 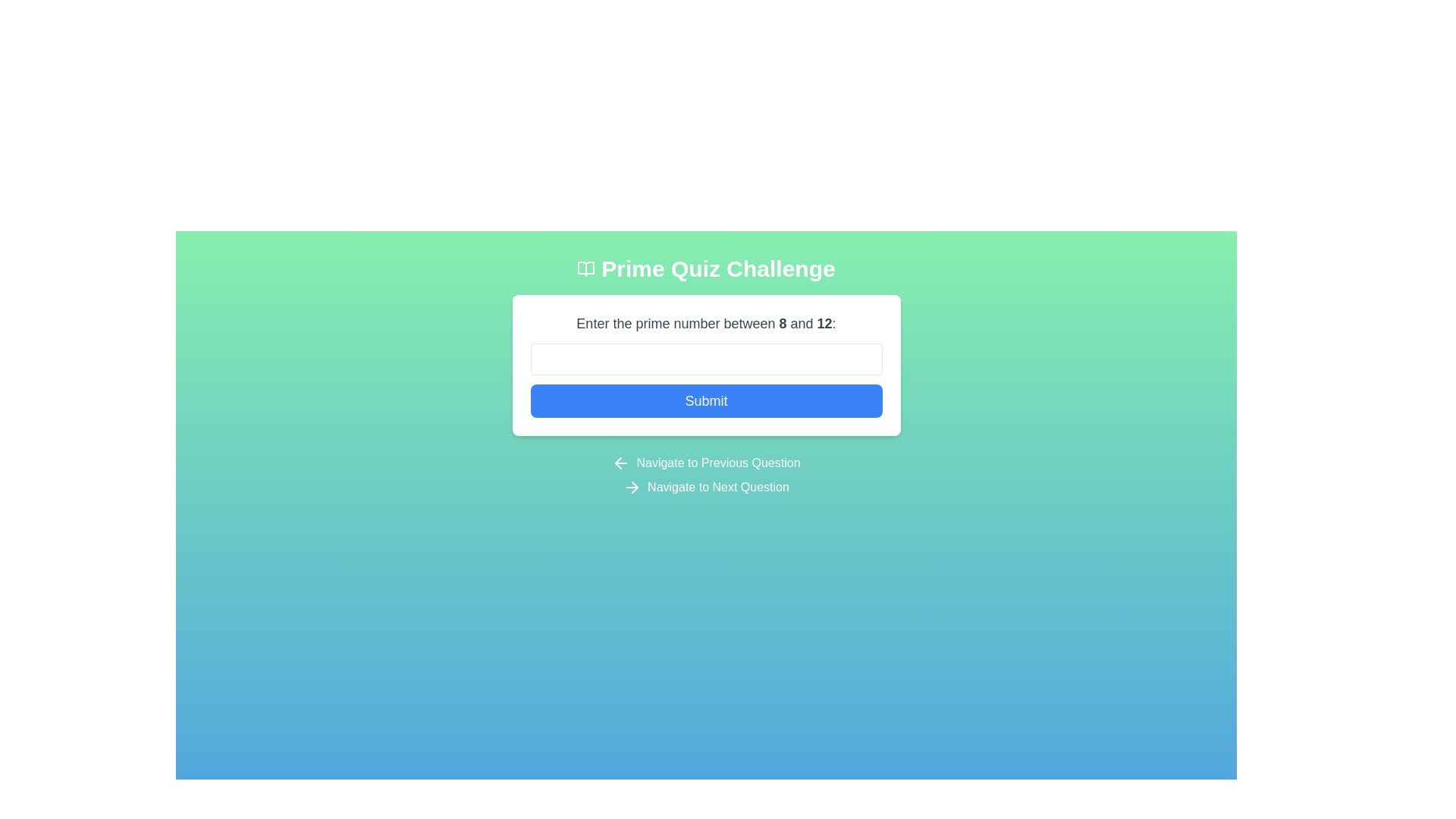 I want to click on the navigation icon indicating direction to the next question, located to the left of the text 'Navigate to Next Question', so click(x=632, y=488).